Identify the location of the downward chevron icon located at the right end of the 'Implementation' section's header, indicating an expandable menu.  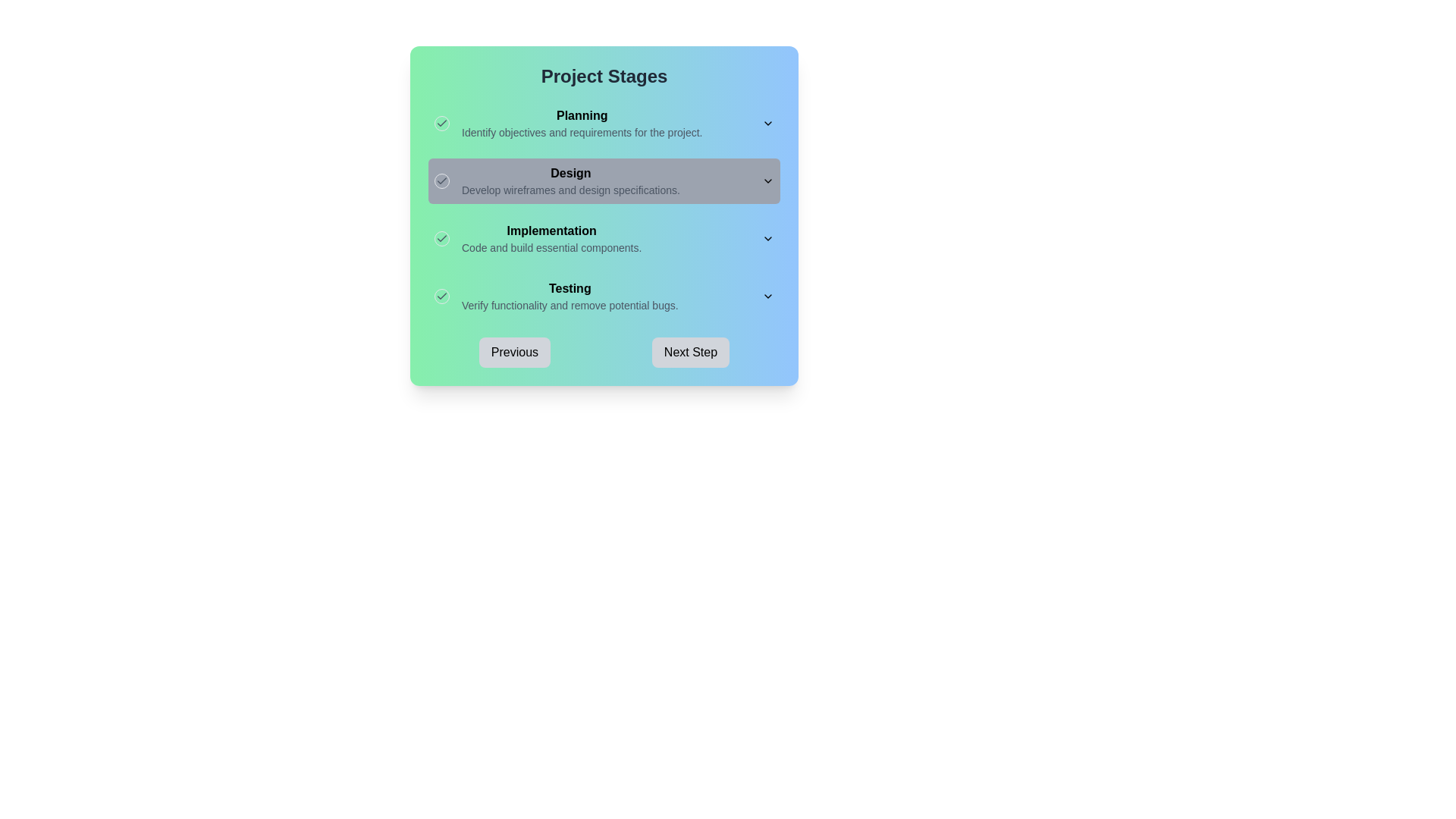
(767, 239).